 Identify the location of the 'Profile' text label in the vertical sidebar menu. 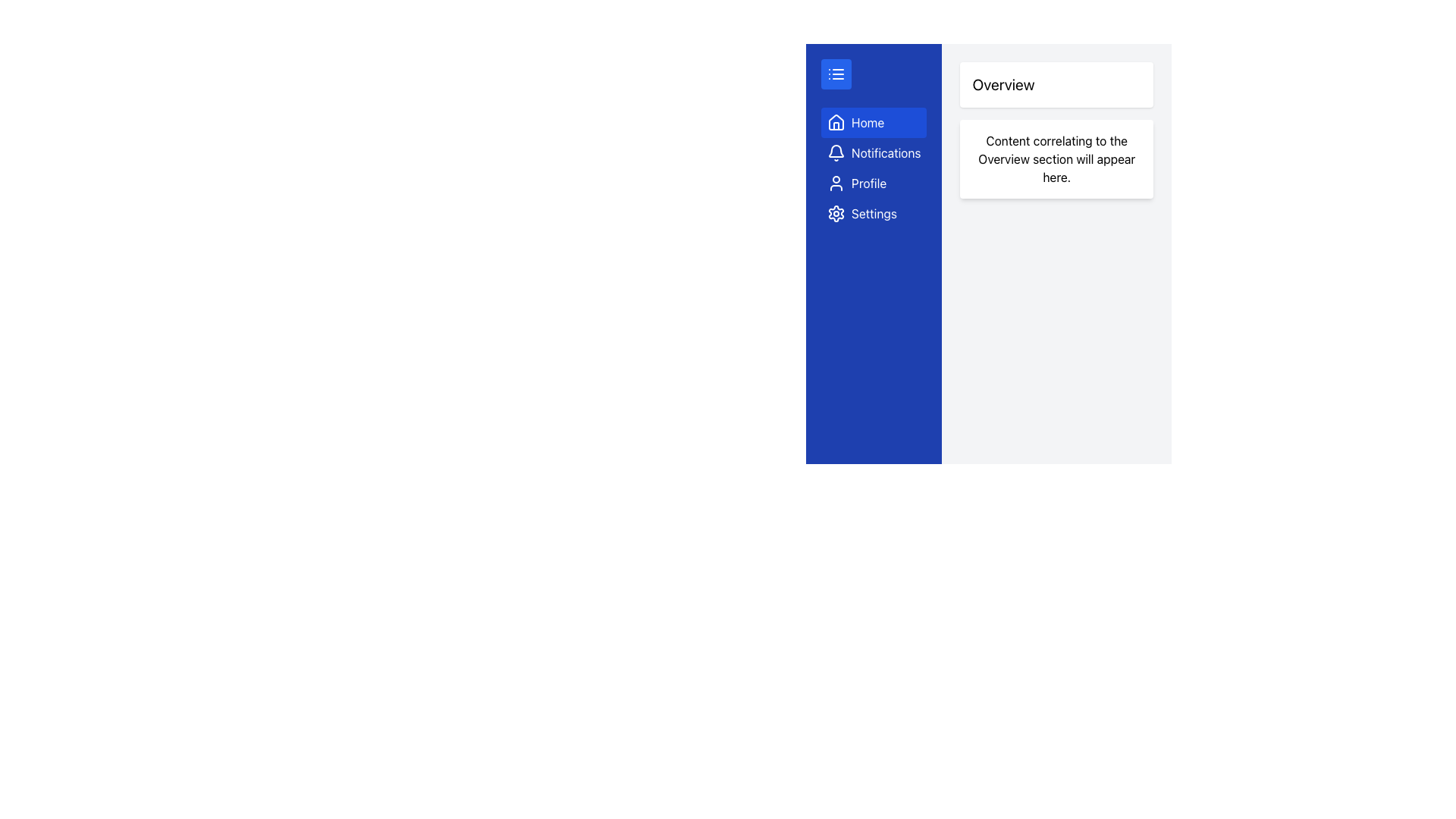
(869, 183).